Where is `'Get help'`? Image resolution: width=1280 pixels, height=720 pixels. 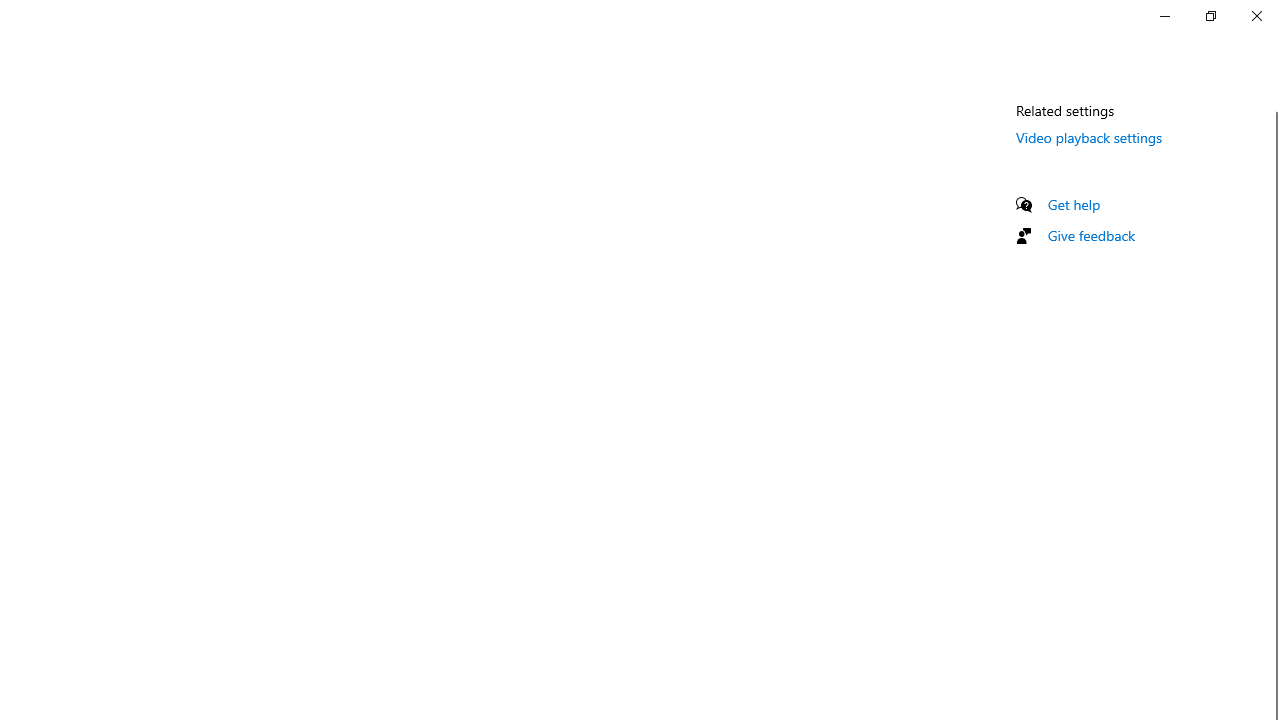
'Get help' is located at coordinates (1073, 204).